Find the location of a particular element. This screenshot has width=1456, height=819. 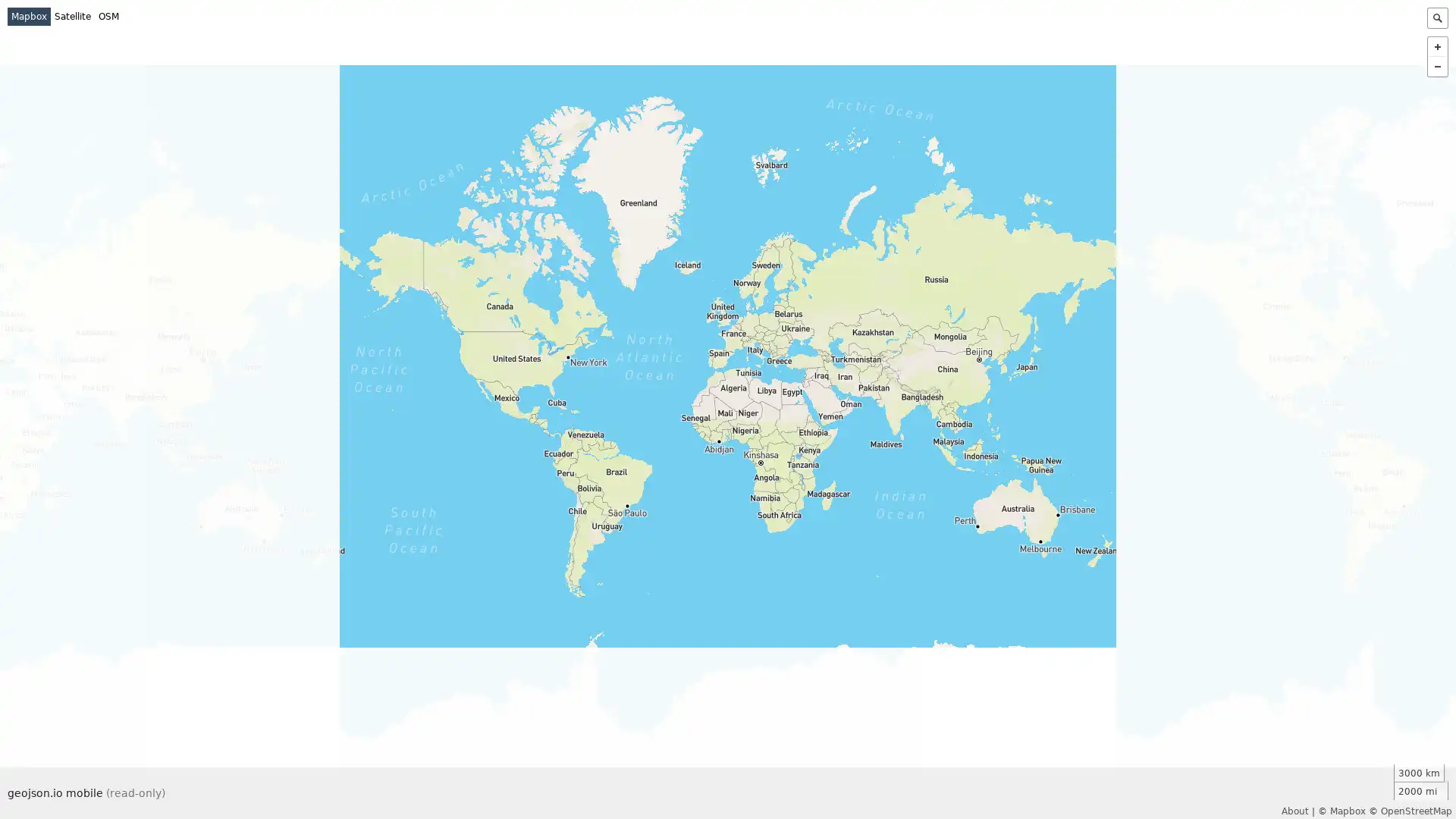

OSM is located at coordinates (108, 17).